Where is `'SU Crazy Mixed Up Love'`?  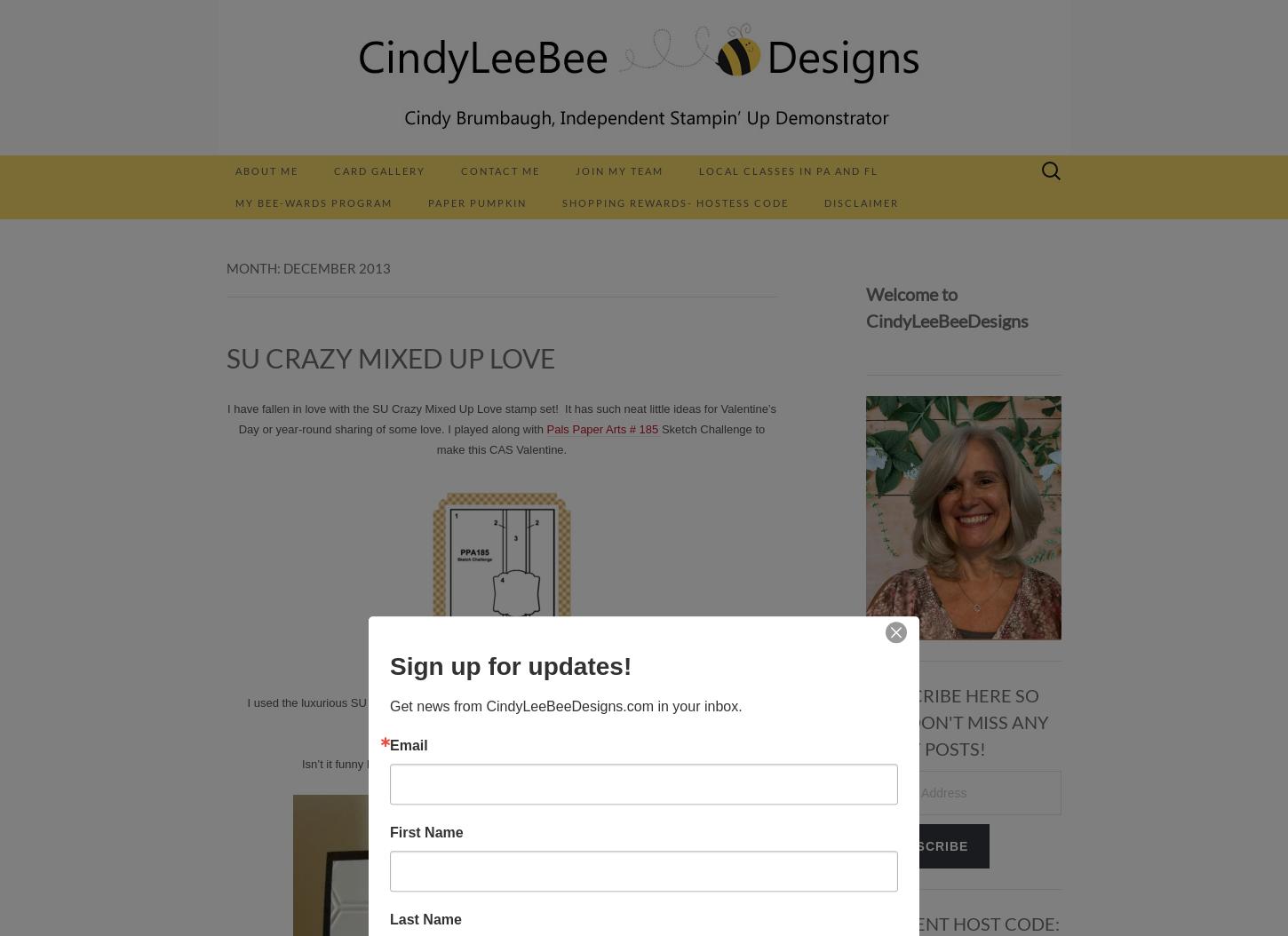 'SU Crazy Mixed Up Love' is located at coordinates (227, 357).